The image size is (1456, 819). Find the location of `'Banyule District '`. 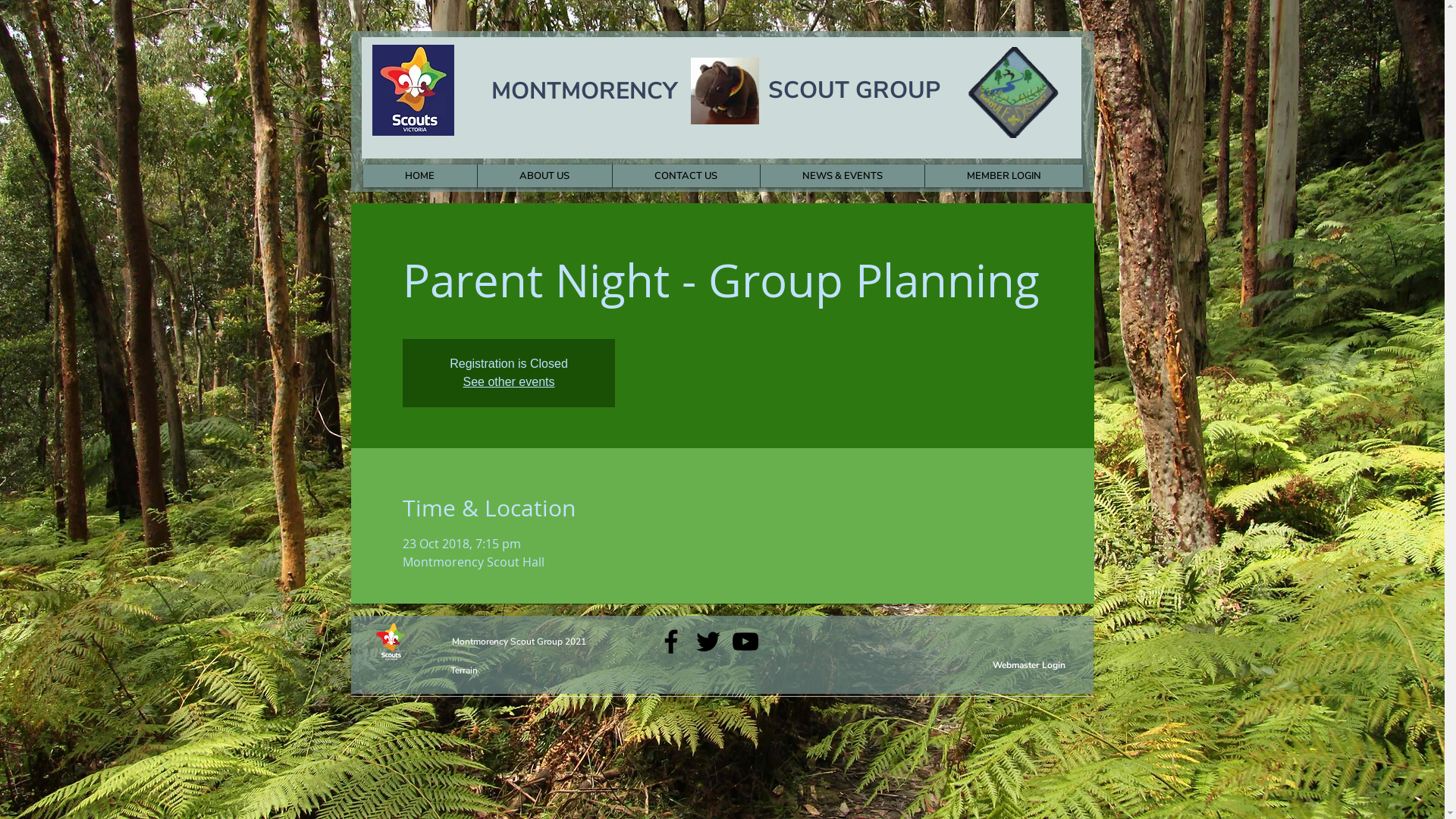

'Banyule District ' is located at coordinates (1012, 93).